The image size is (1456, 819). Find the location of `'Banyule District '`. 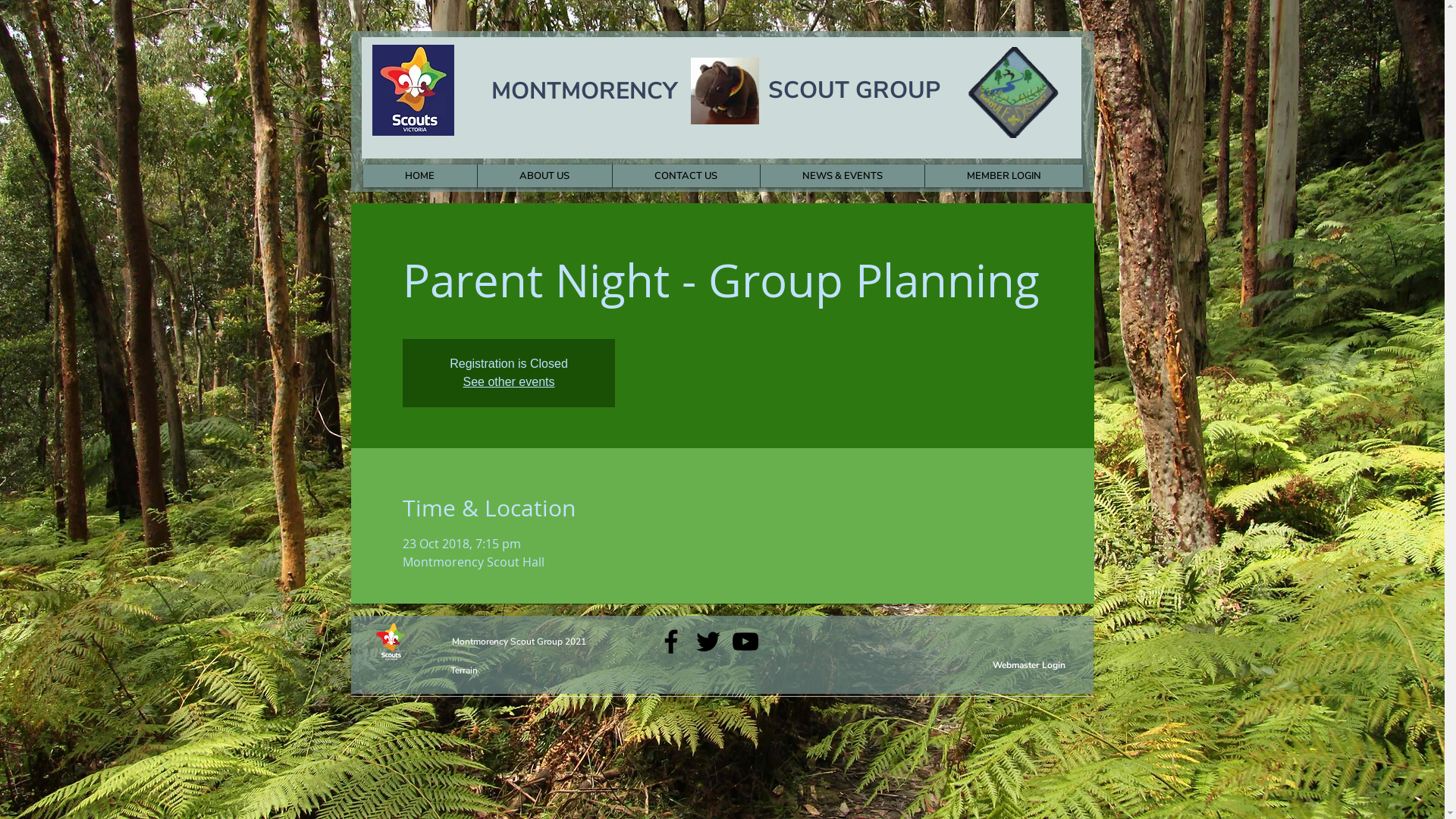

'Banyule District ' is located at coordinates (1012, 93).